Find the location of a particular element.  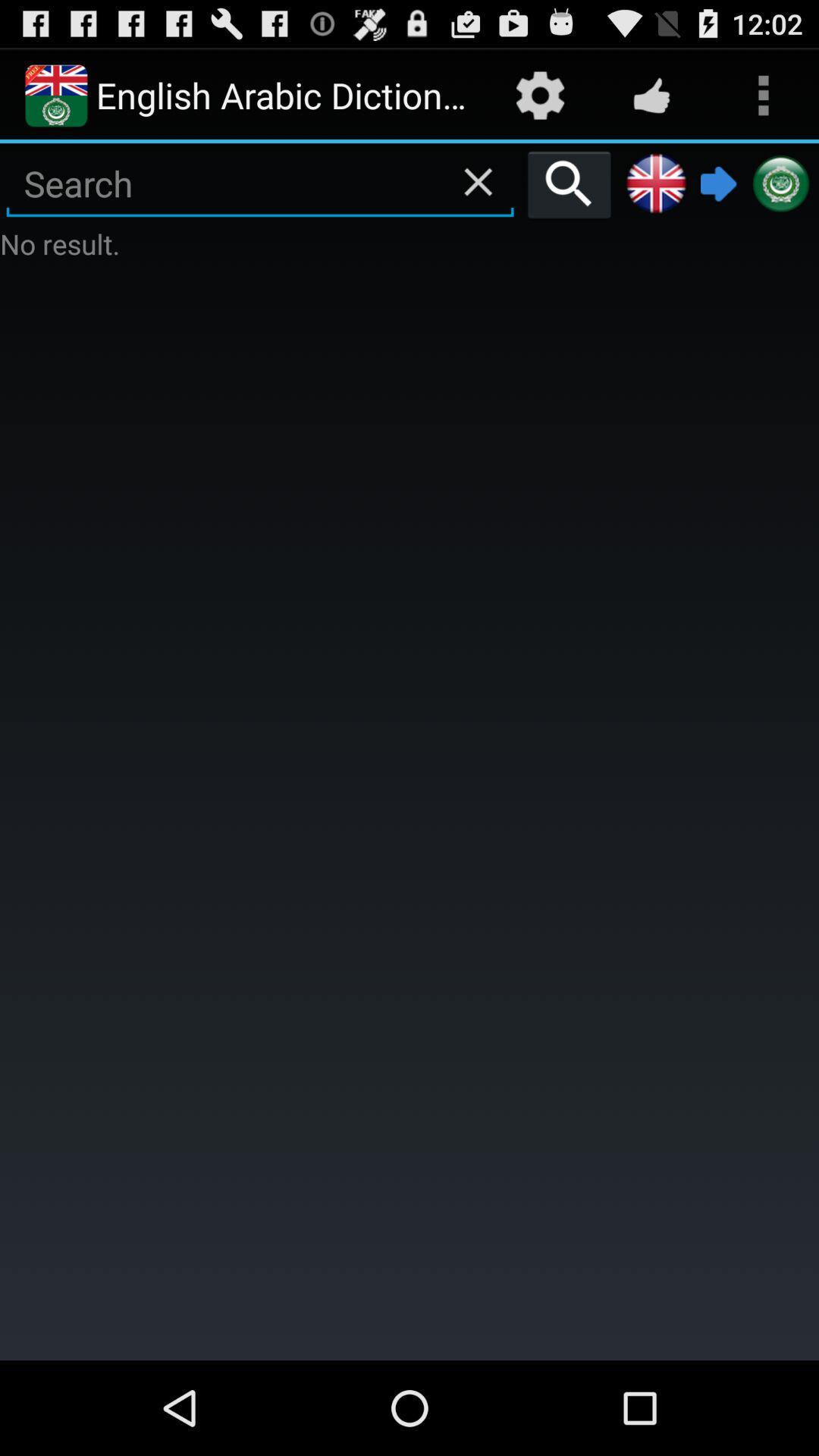

the search icon is located at coordinates (569, 196).